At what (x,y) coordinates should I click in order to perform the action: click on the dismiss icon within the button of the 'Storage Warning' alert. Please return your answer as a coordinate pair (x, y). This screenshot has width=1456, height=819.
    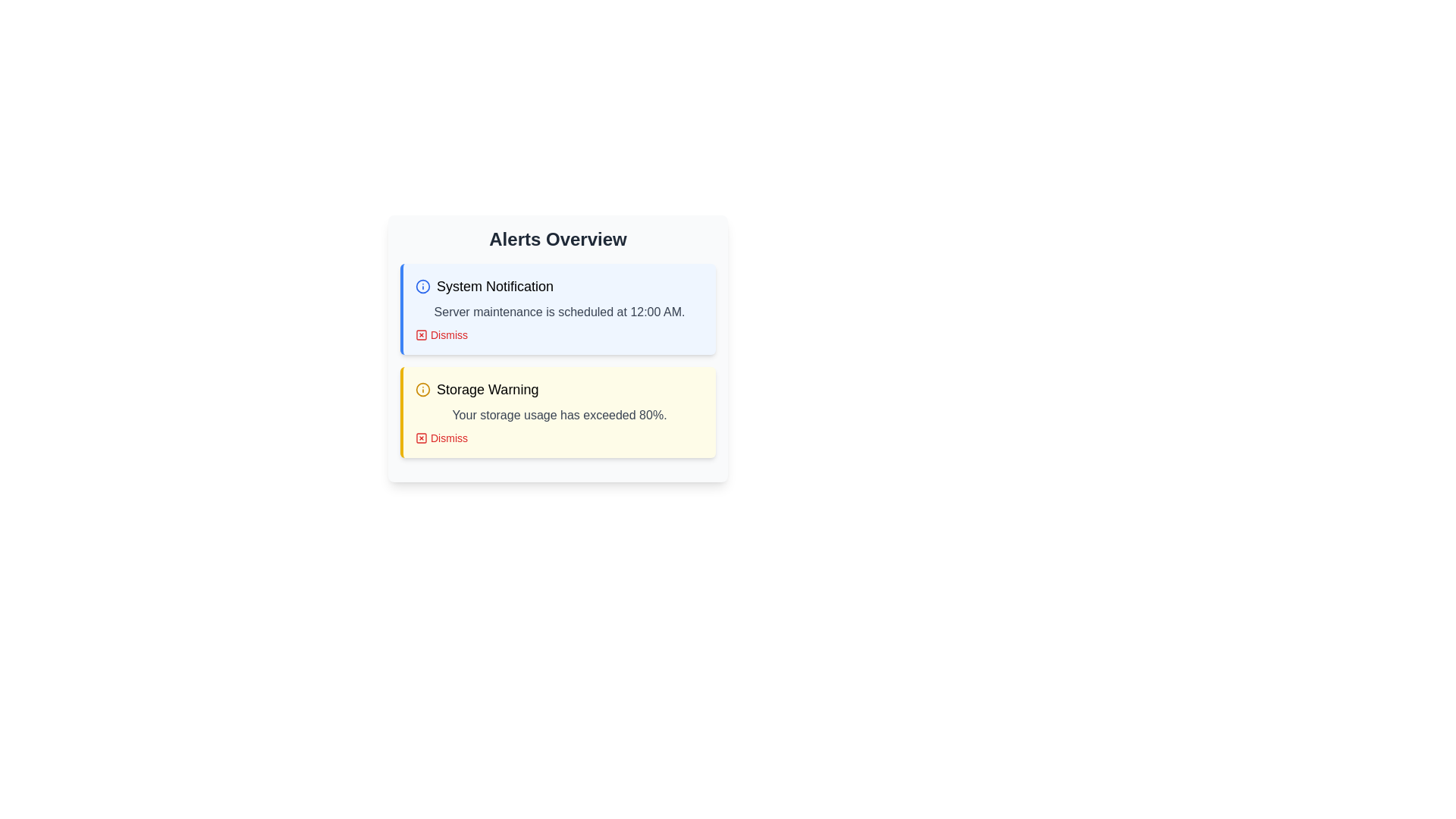
    Looking at the image, I should click on (422, 438).